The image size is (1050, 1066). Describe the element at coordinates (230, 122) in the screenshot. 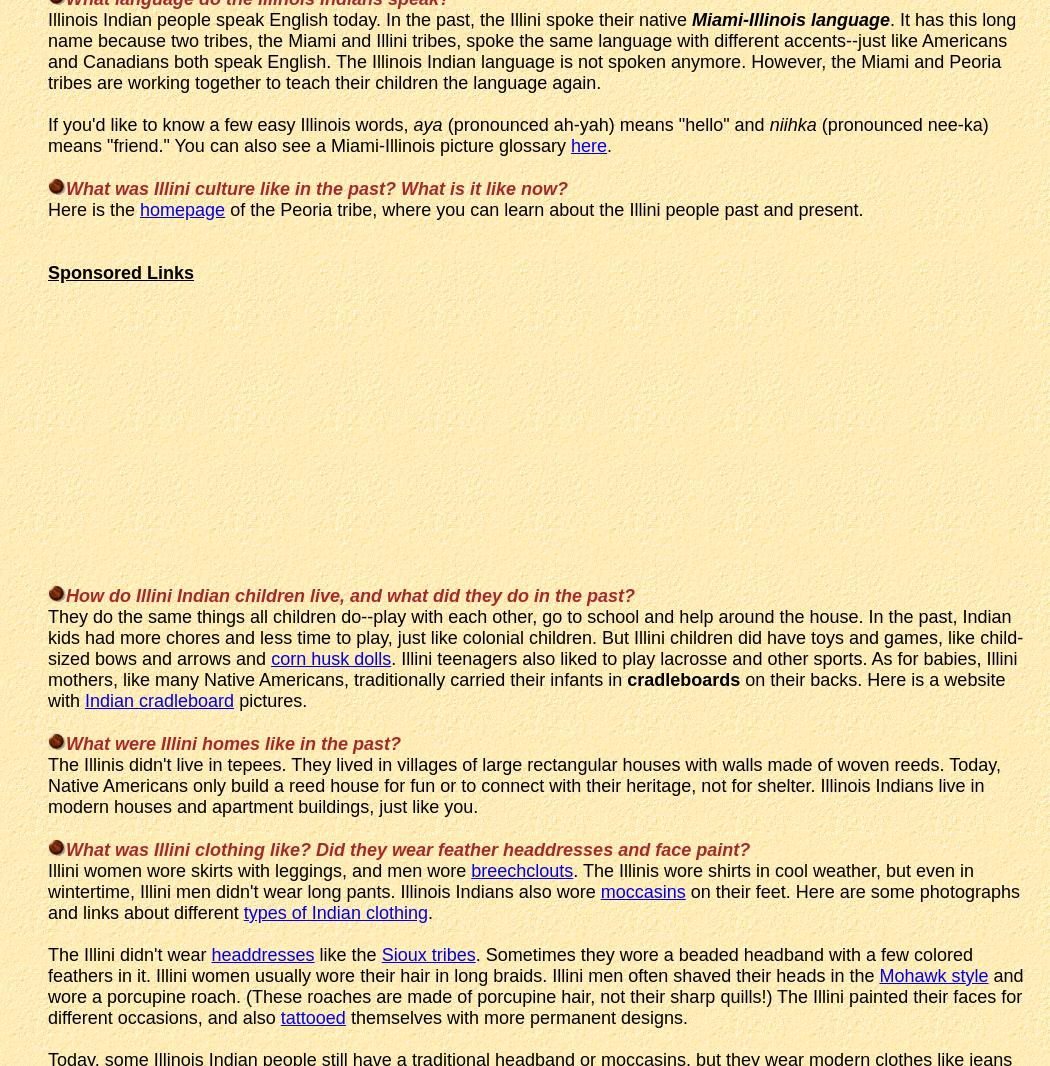

I see `'If you'd like to know a few easy Illinois words,'` at that location.